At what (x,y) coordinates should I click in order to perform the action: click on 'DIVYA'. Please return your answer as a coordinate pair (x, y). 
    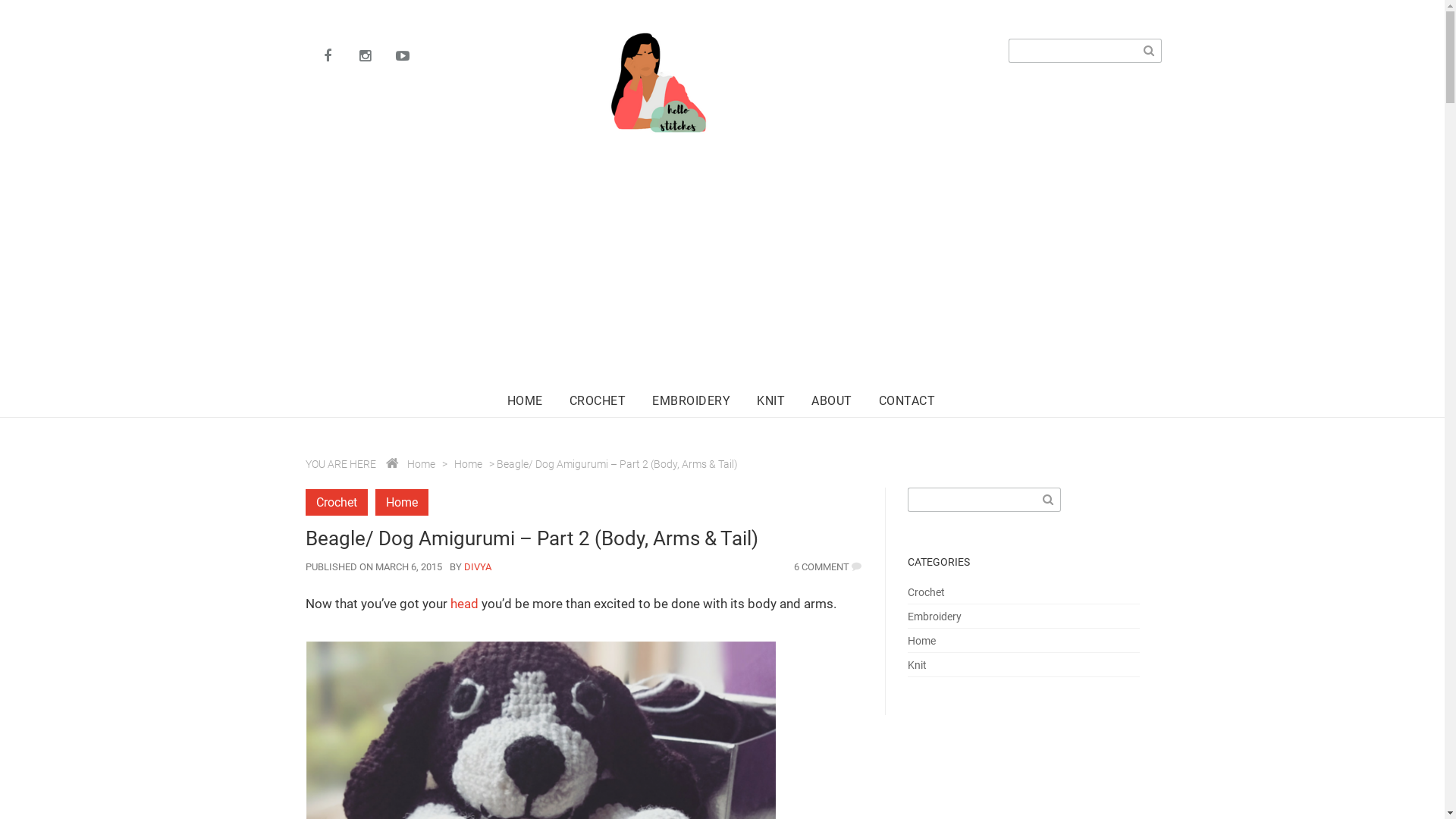
    Looking at the image, I should click on (476, 566).